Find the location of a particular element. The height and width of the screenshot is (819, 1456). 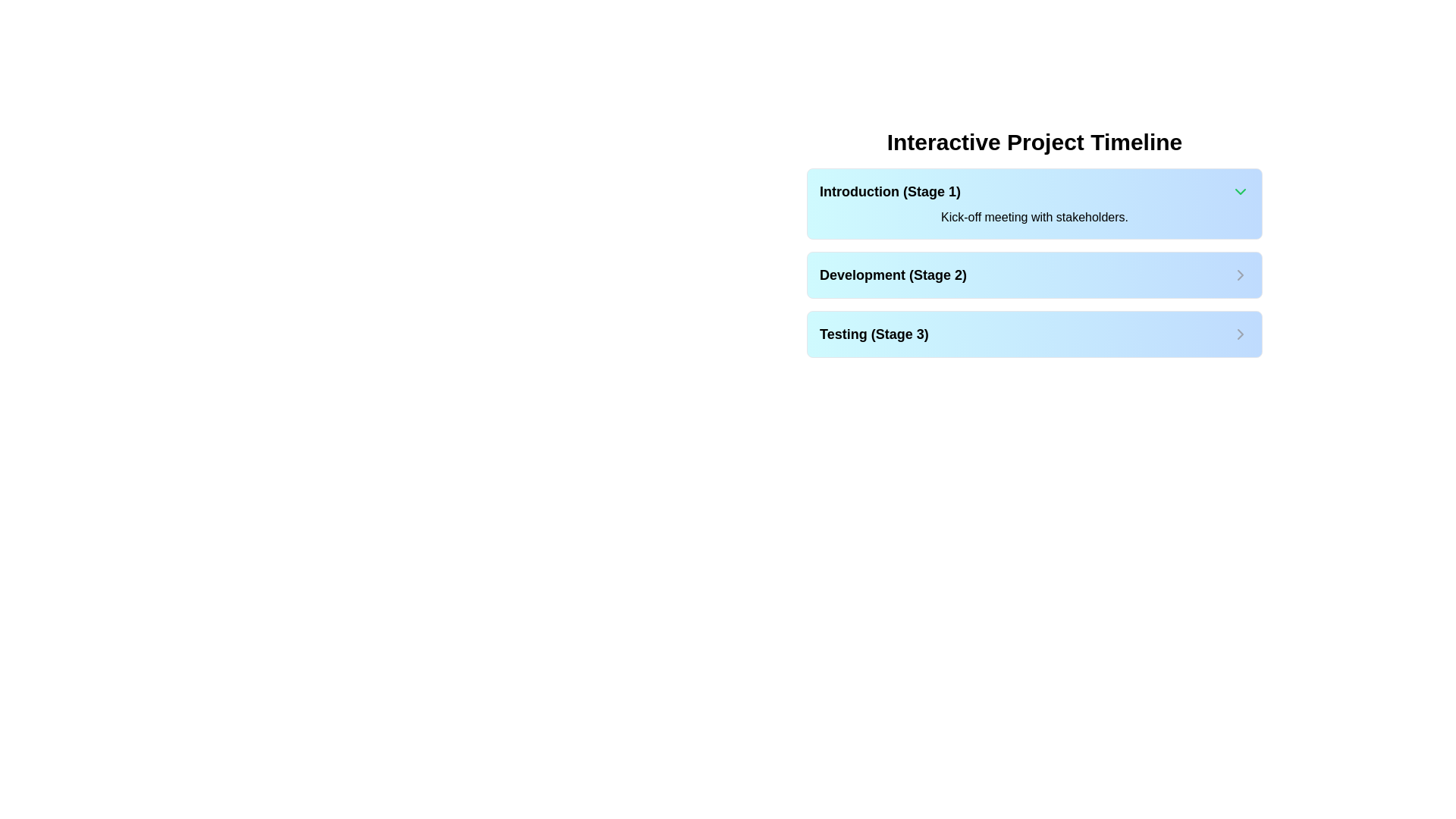

static text 'Development (Stage 2)' which is styled with a bold font on a light blue rectangular background is located at coordinates (893, 275).